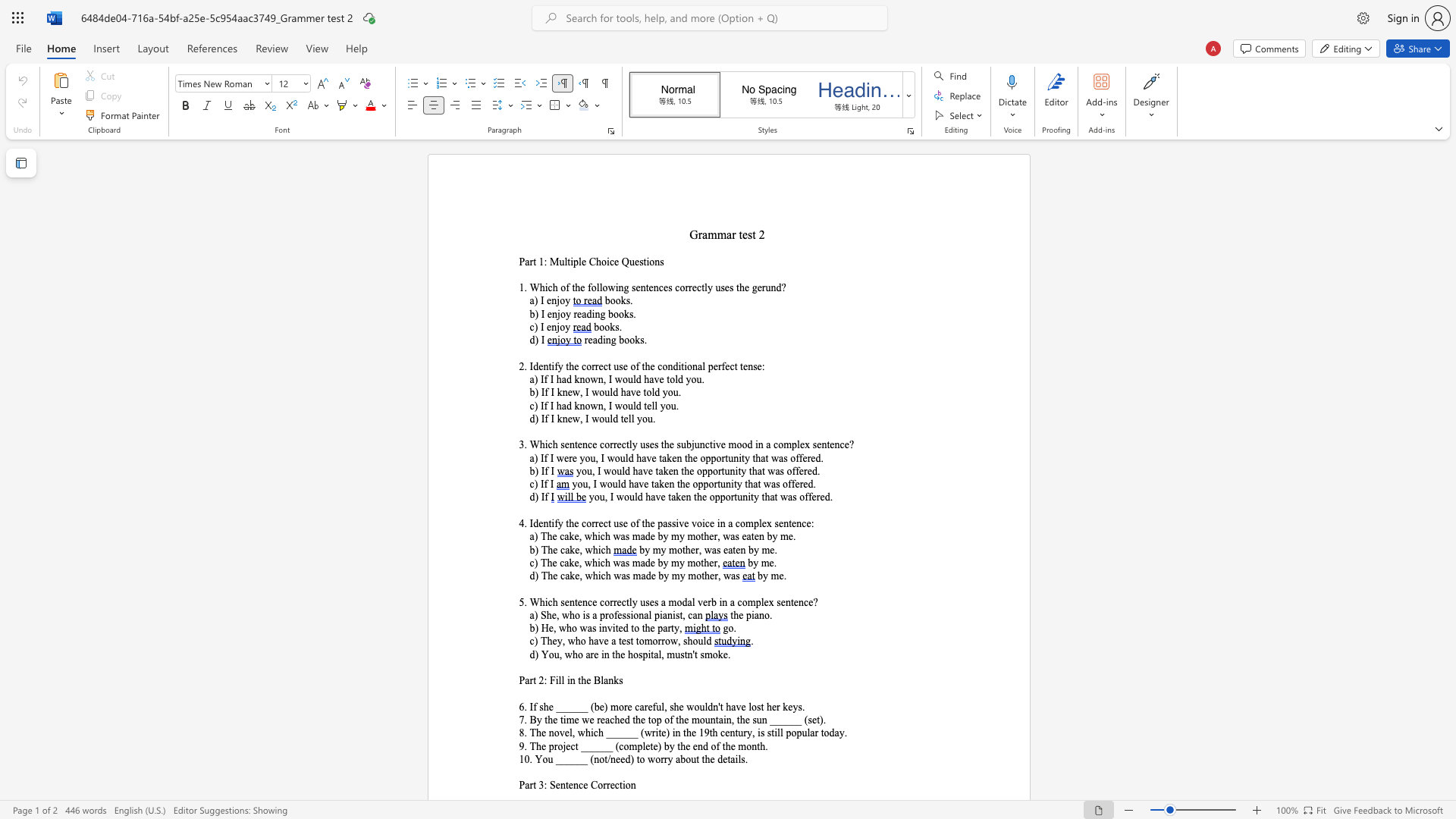 The height and width of the screenshot is (819, 1456). Describe the element at coordinates (667, 759) in the screenshot. I see `the subset text "y abou" within the text "10. You ______ (not/need) to worry about the details."` at that location.